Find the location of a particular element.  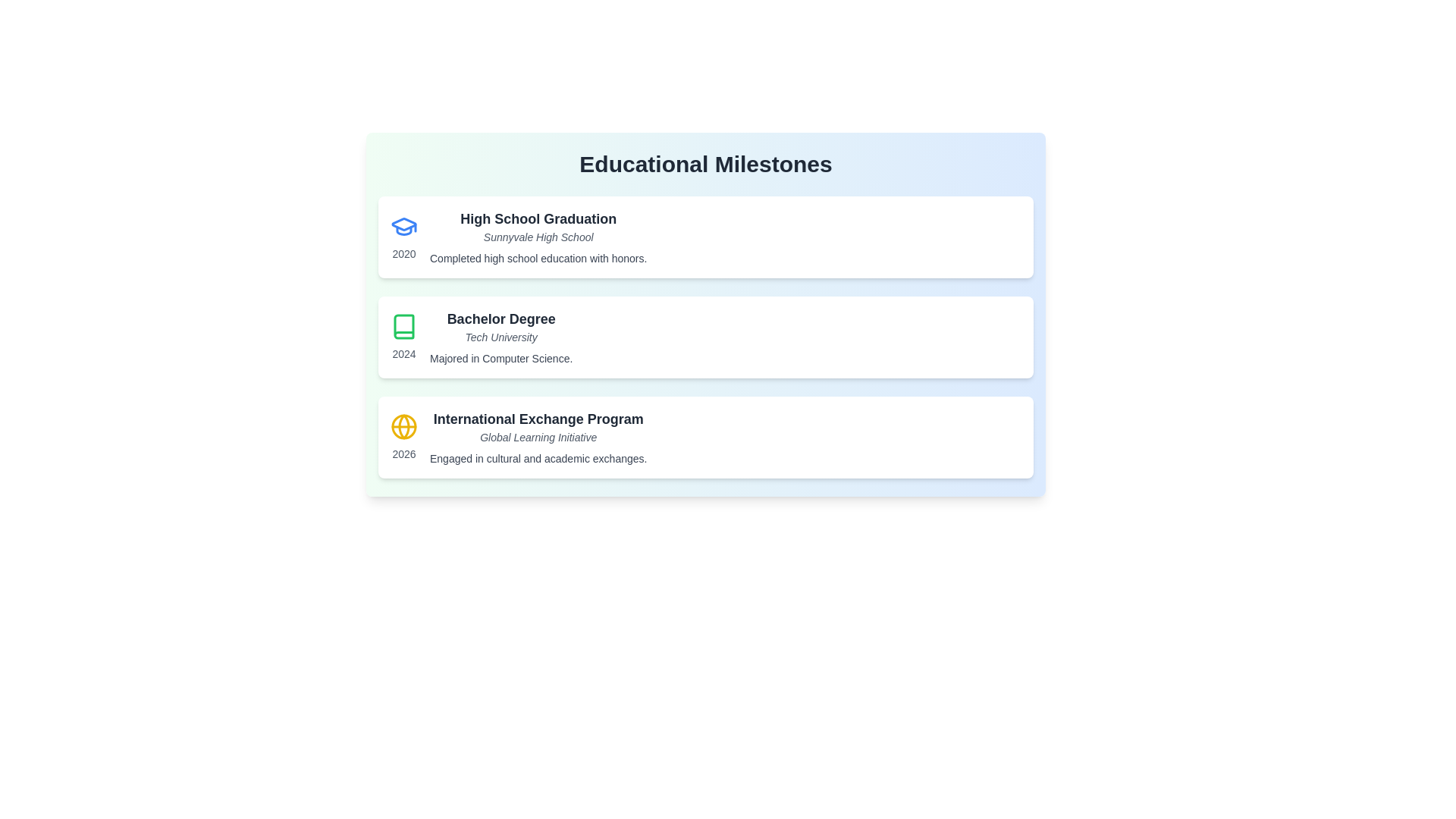

text of the prominent heading element titled 'High School Graduation', which is styled with a larger, bold serif font in dark gray color, located near the top left of the card is located at coordinates (538, 219).